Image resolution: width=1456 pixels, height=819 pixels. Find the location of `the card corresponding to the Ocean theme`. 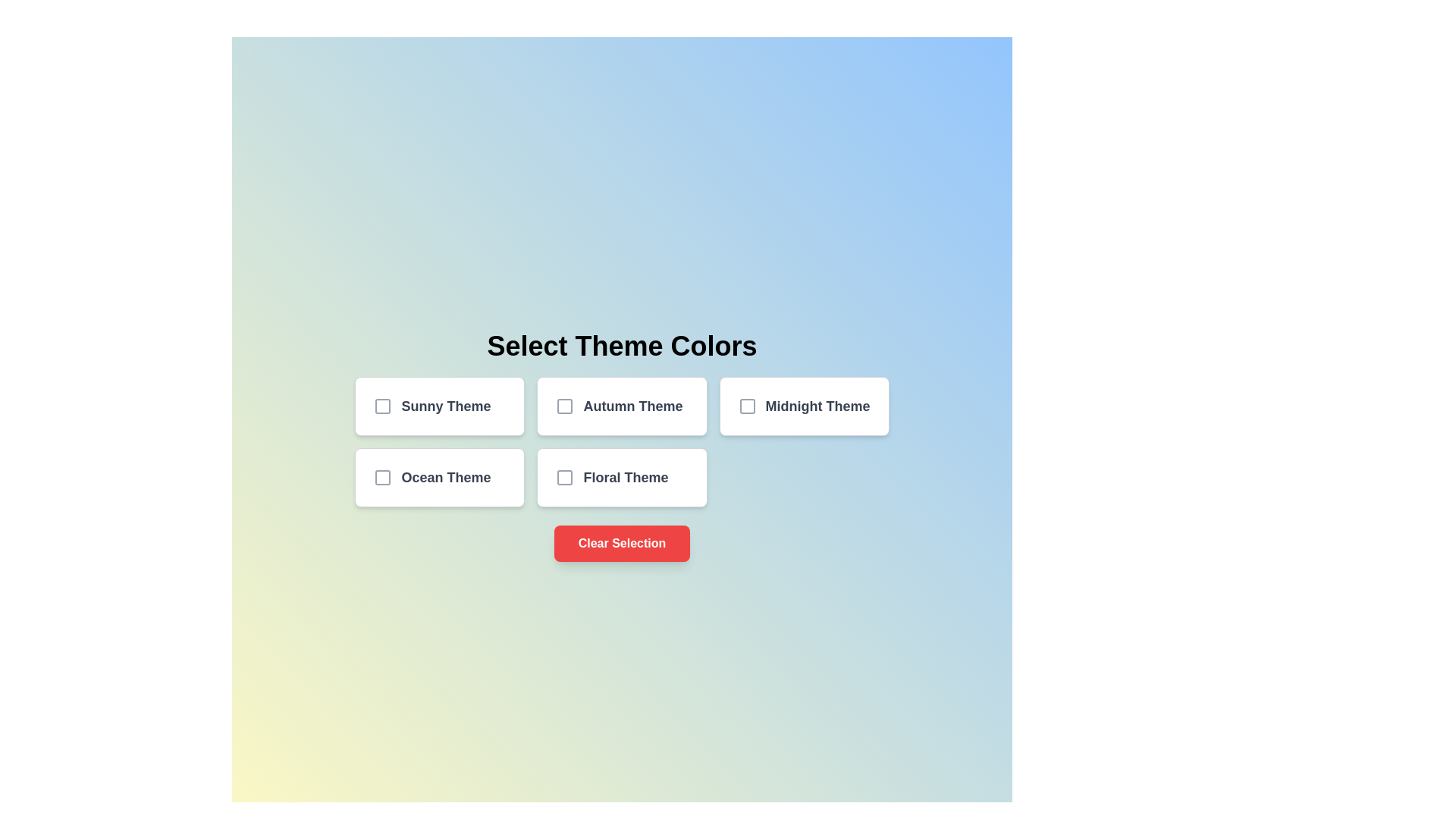

the card corresponding to the Ocean theme is located at coordinates (439, 476).